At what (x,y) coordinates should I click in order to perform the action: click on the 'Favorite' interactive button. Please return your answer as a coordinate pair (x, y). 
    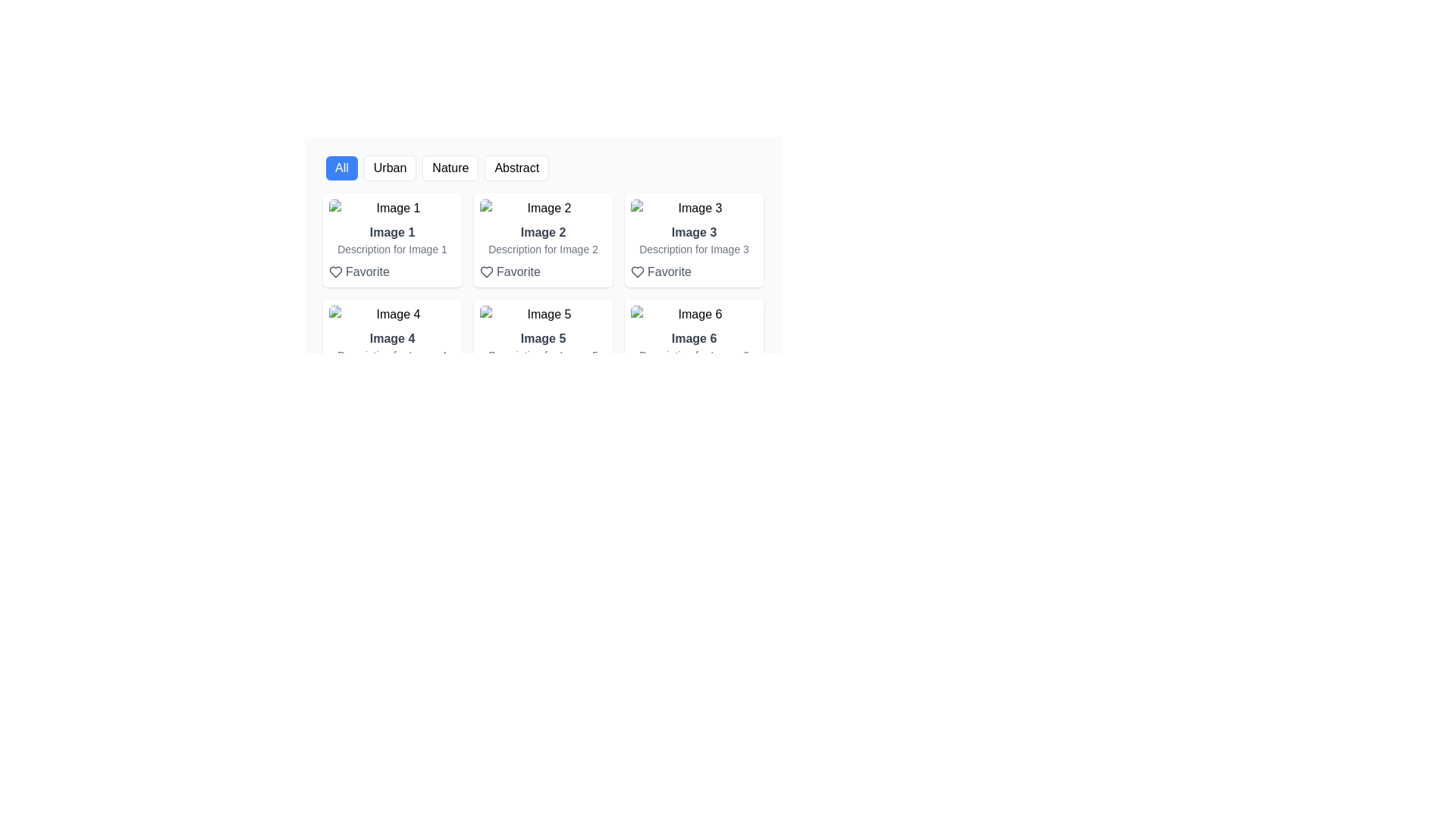
    Looking at the image, I should click on (358, 271).